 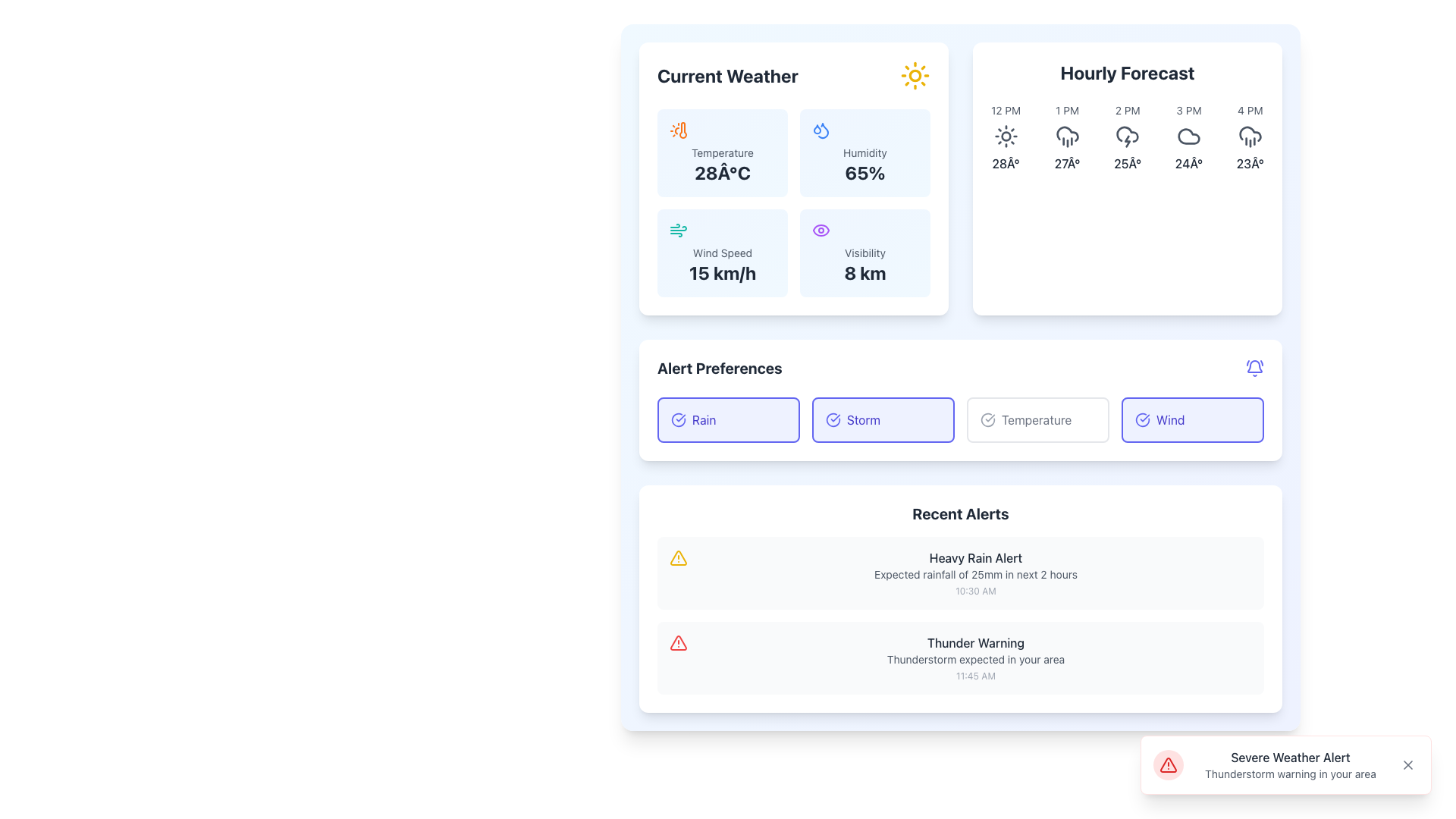 I want to click on the cloud icon located in the 'Hourly Forecast' panel under the 2 PM label, which is styled as an SVG icon, so click(x=1128, y=133).